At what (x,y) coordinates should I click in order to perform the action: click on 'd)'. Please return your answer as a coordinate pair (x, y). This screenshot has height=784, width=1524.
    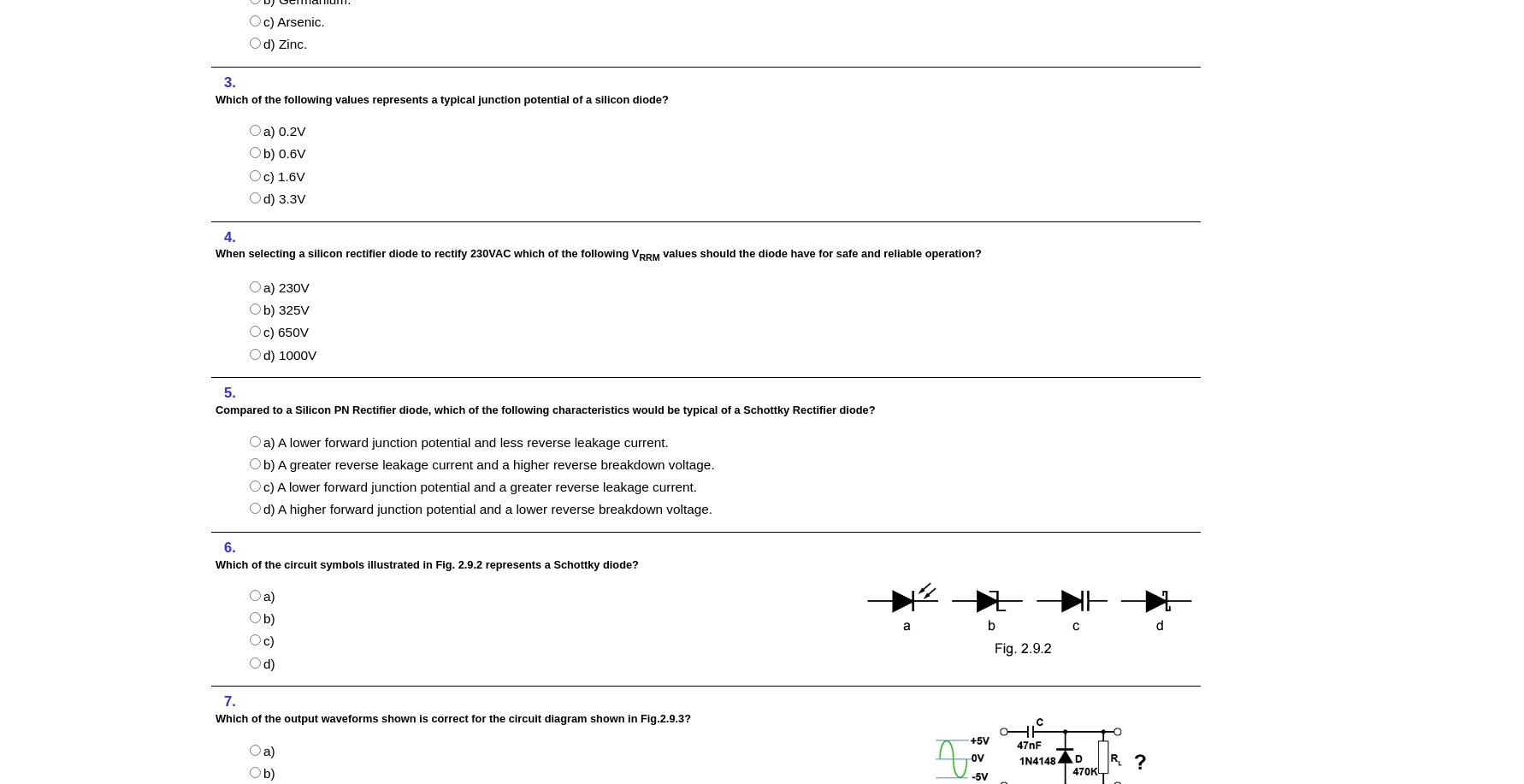
    Looking at the image, I should click on (268, 662).